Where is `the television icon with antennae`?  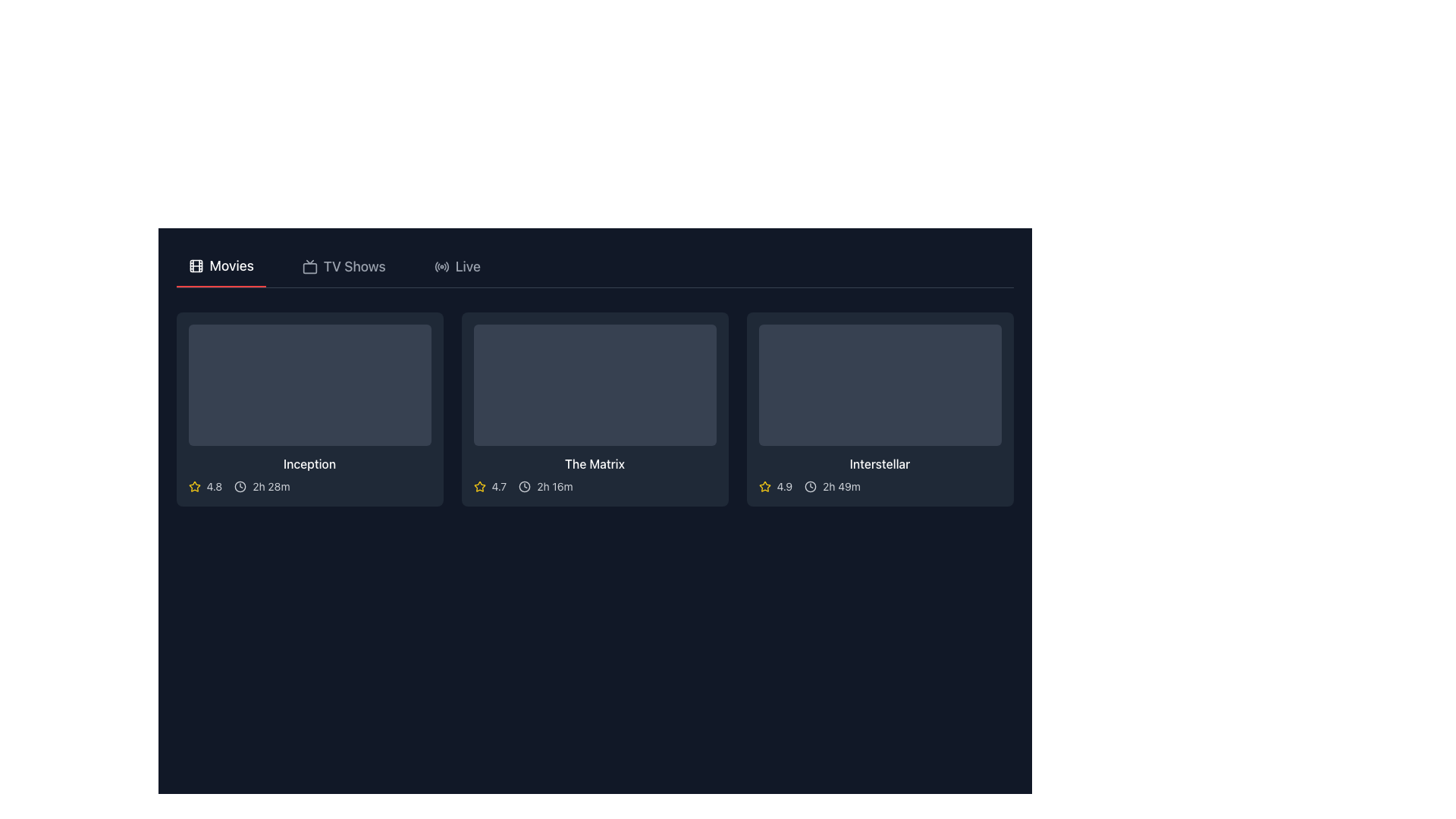 the television icon with antennae is located at coordinates (309, 265).